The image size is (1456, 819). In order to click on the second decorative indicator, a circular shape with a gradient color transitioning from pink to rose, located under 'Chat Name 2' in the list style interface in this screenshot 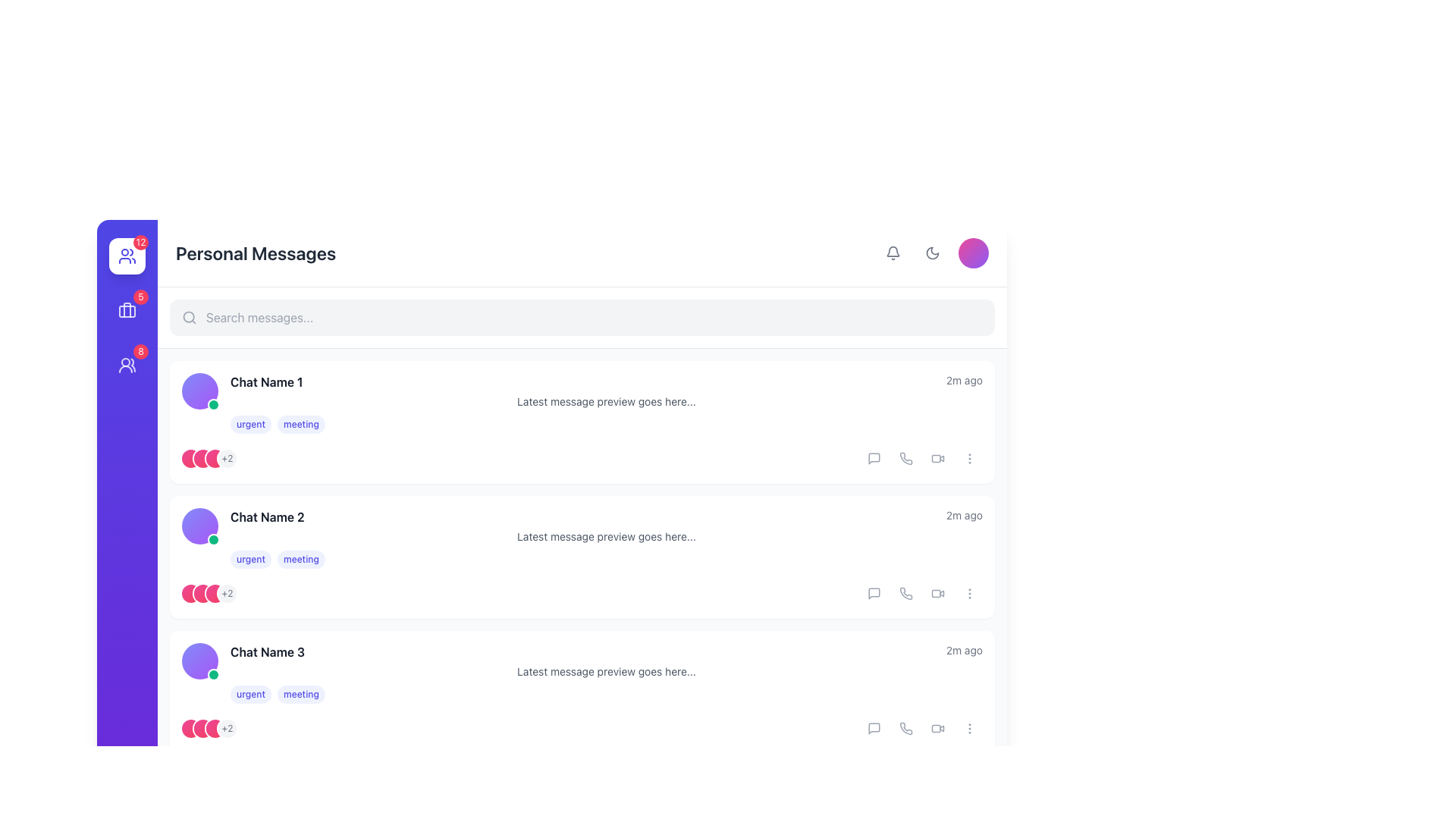, I will do `click(202, 593)`.